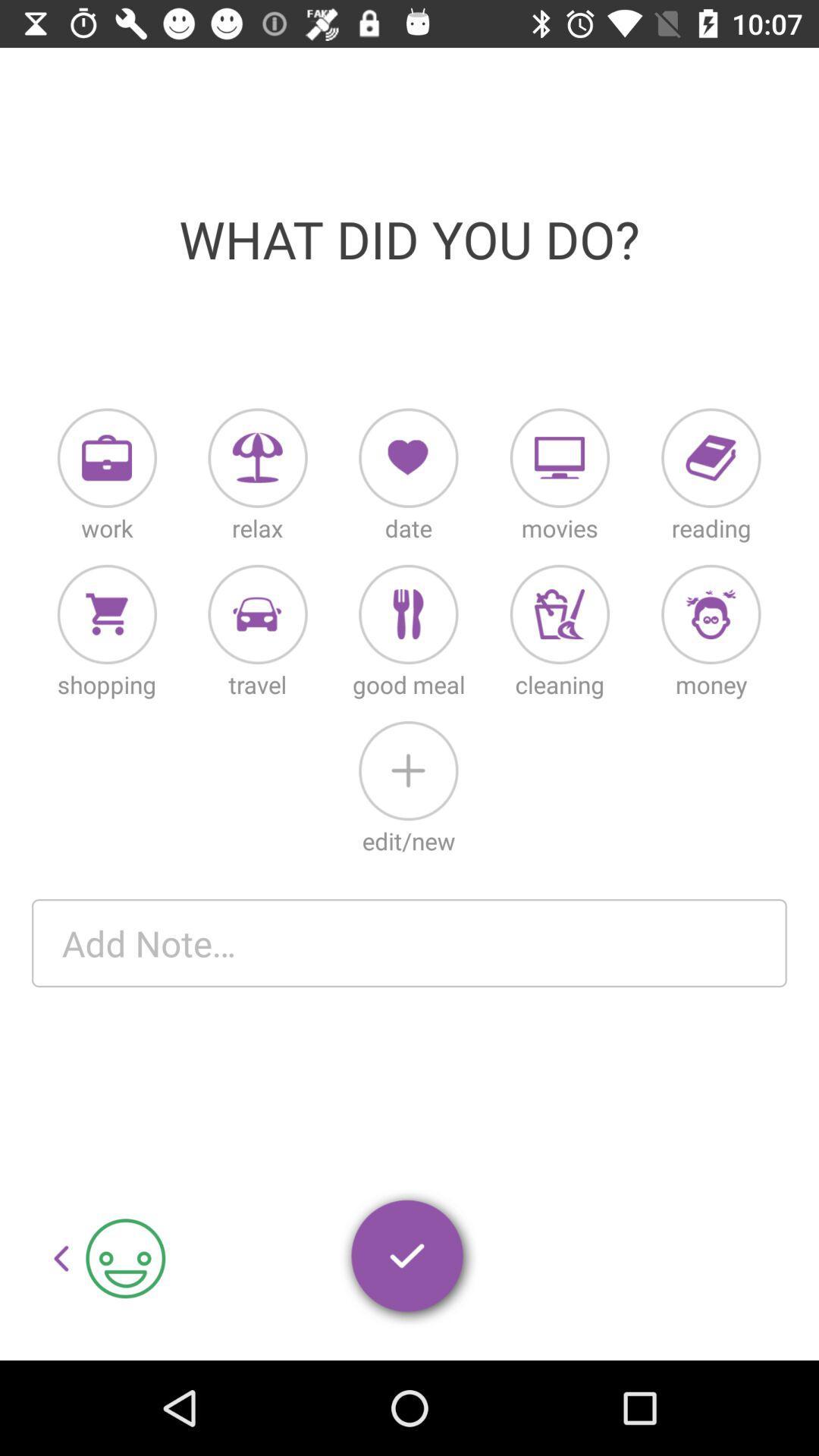 The height and width of the screenshot is (1456, 819). I want to click on relax button, so click(257, 457).